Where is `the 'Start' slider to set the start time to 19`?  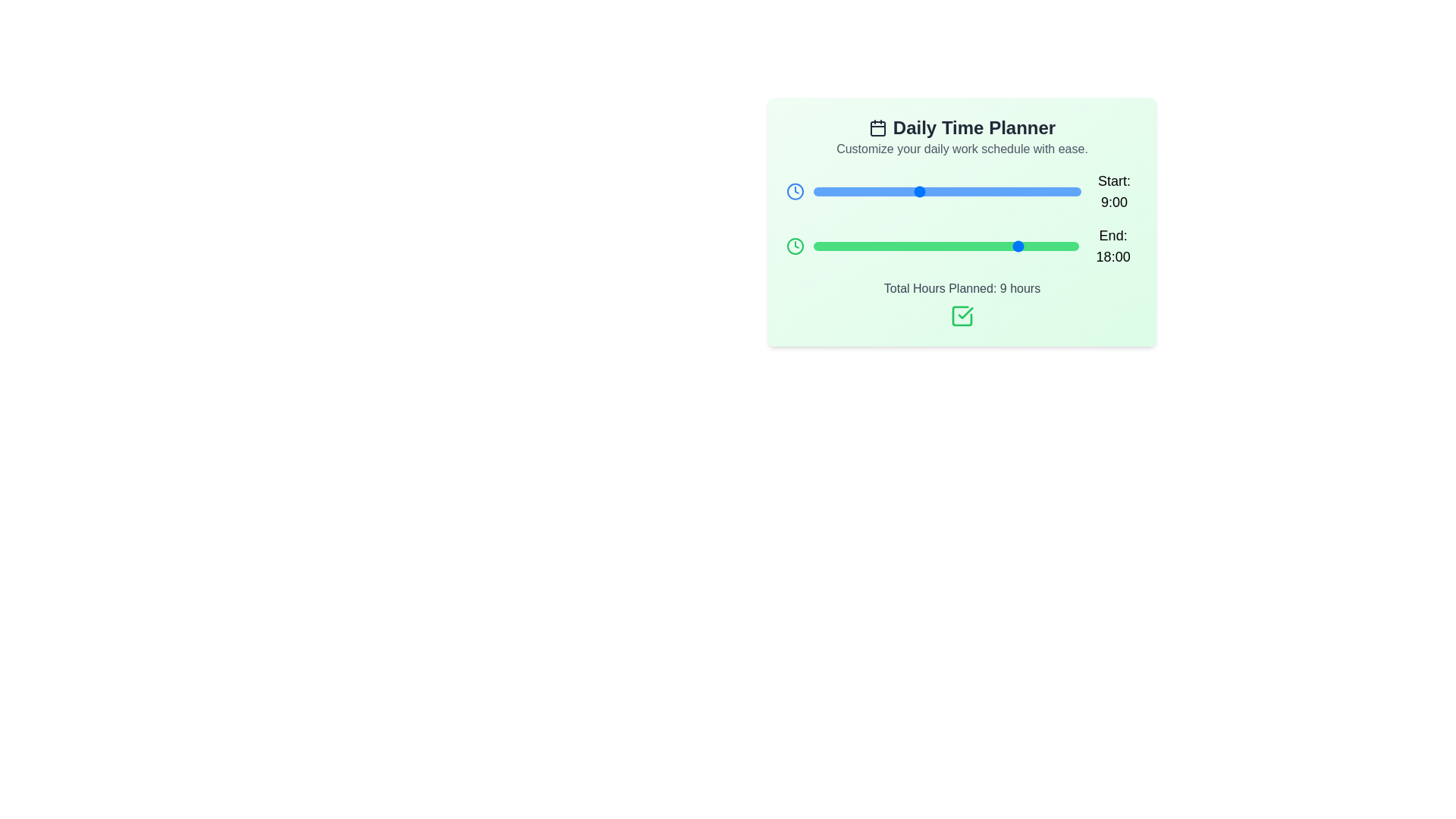
the 'Start' slider to set the start time to 19 is located at coordinates (1034, 191).